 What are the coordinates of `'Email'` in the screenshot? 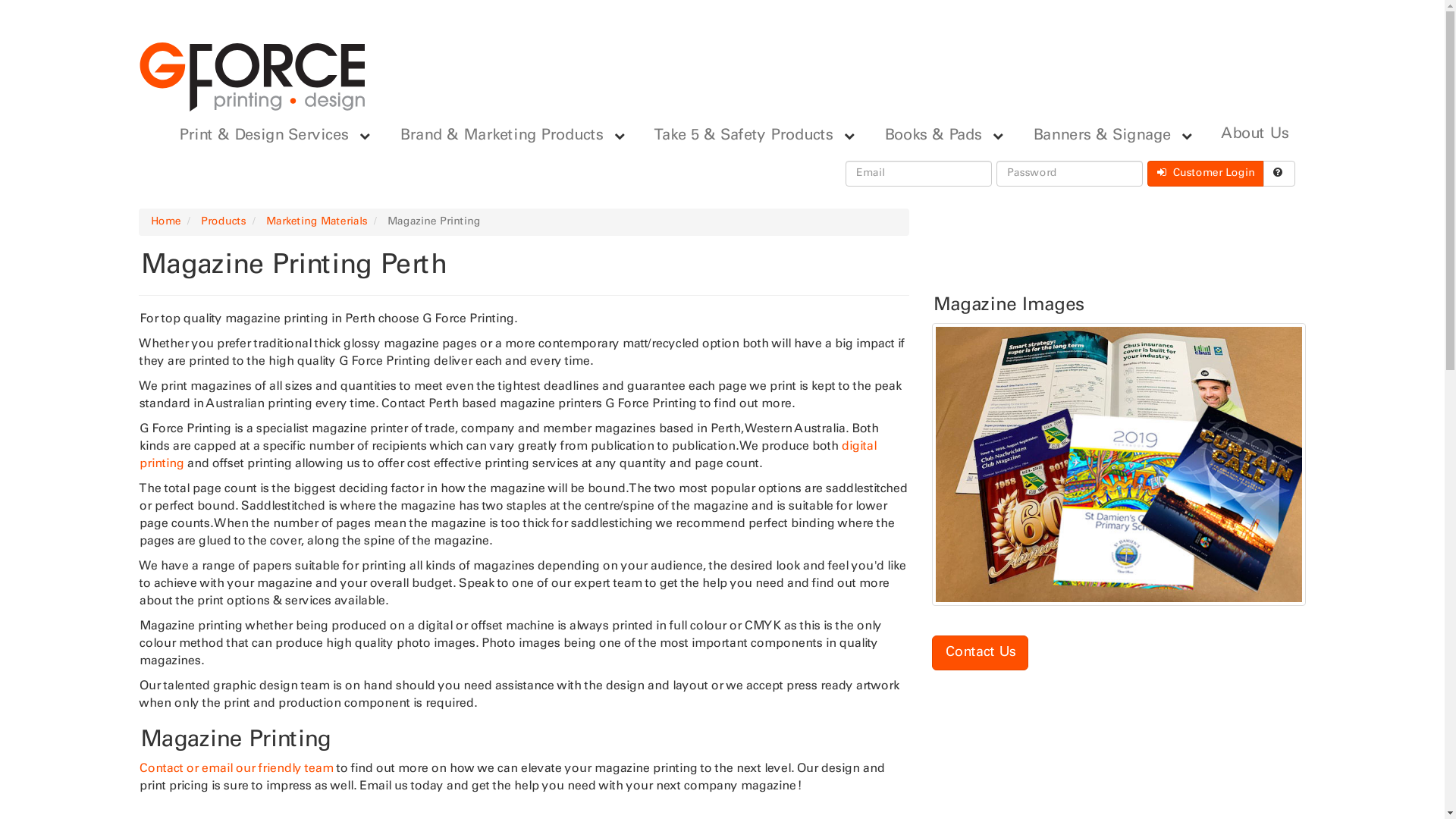 It's located at (843, 172).